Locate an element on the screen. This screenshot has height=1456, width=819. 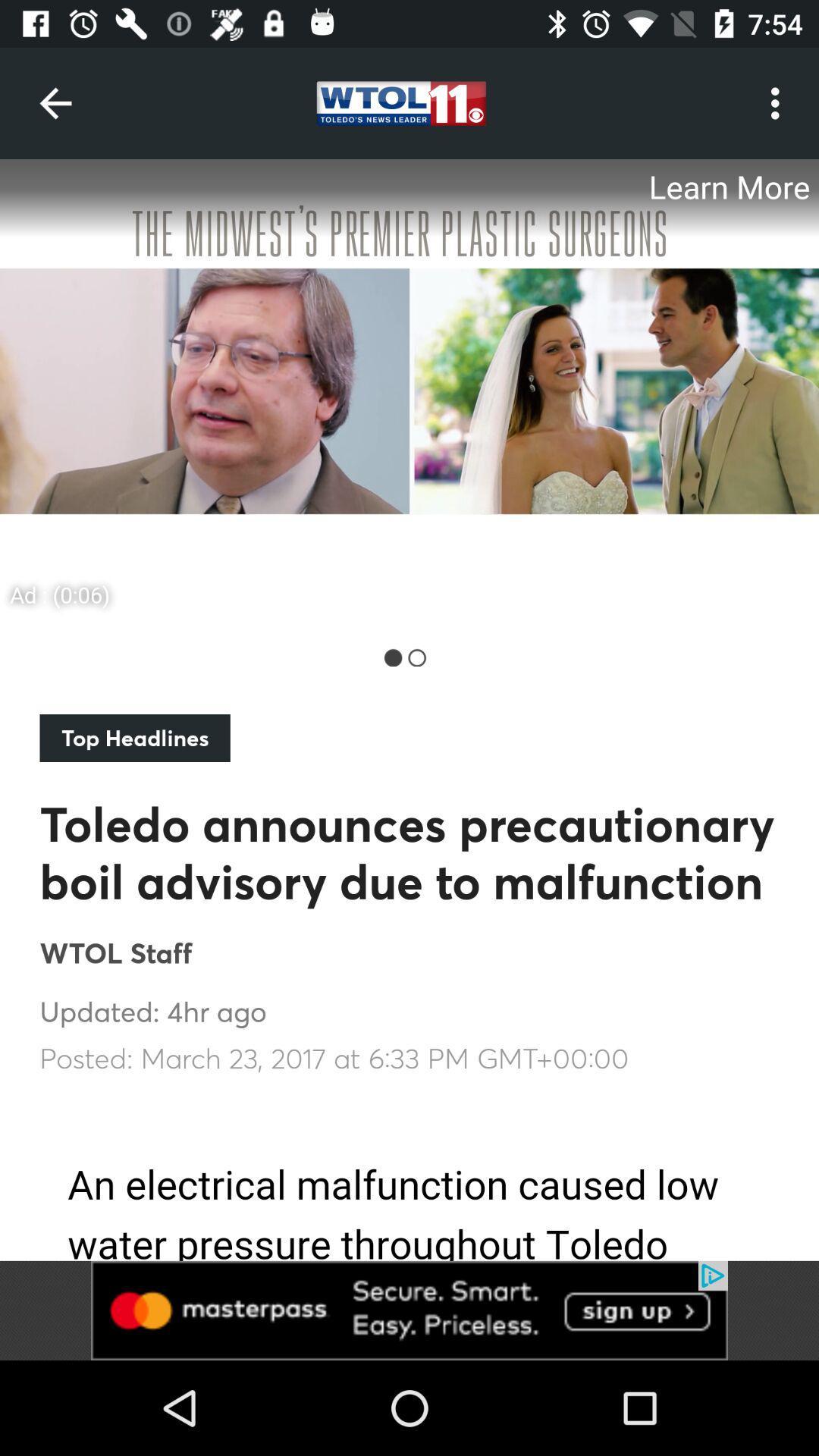
the advertisement is located at coordinates (409, 1310).